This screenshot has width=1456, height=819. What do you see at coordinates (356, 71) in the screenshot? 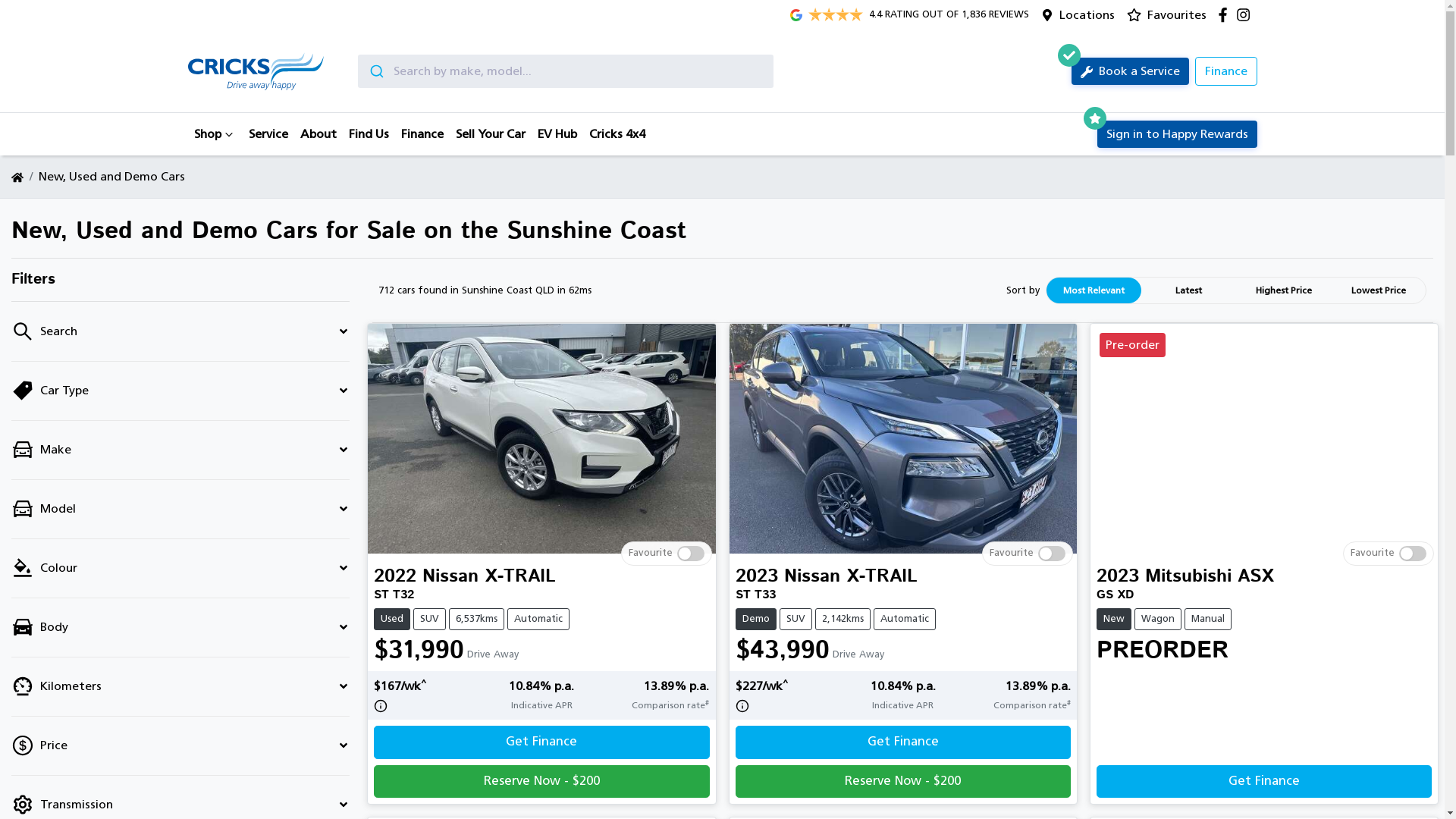
I see `'Submit'` at bounding box center [356, 71].